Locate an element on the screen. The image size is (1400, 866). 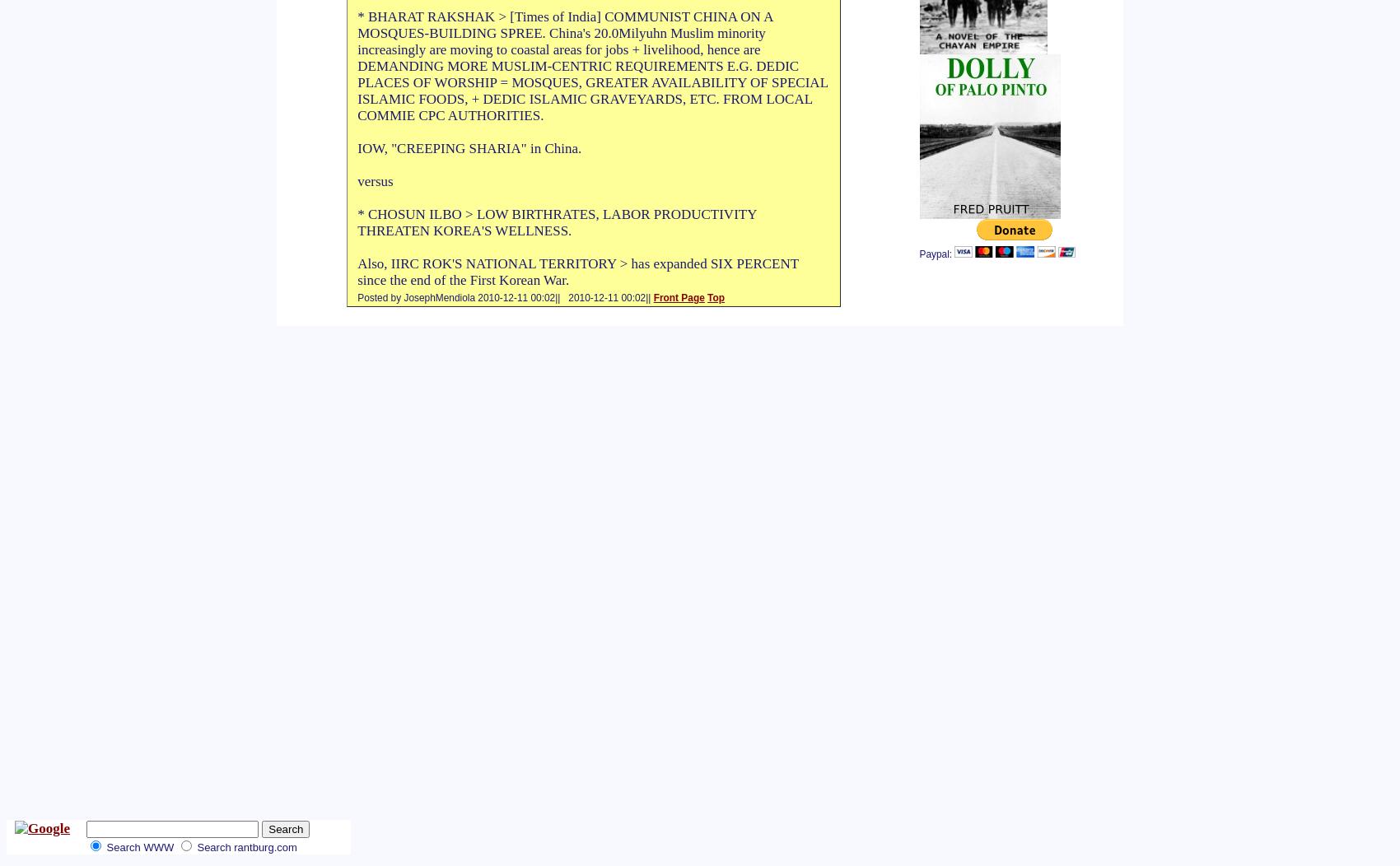
'Top' is located at coordinates (716, 297).